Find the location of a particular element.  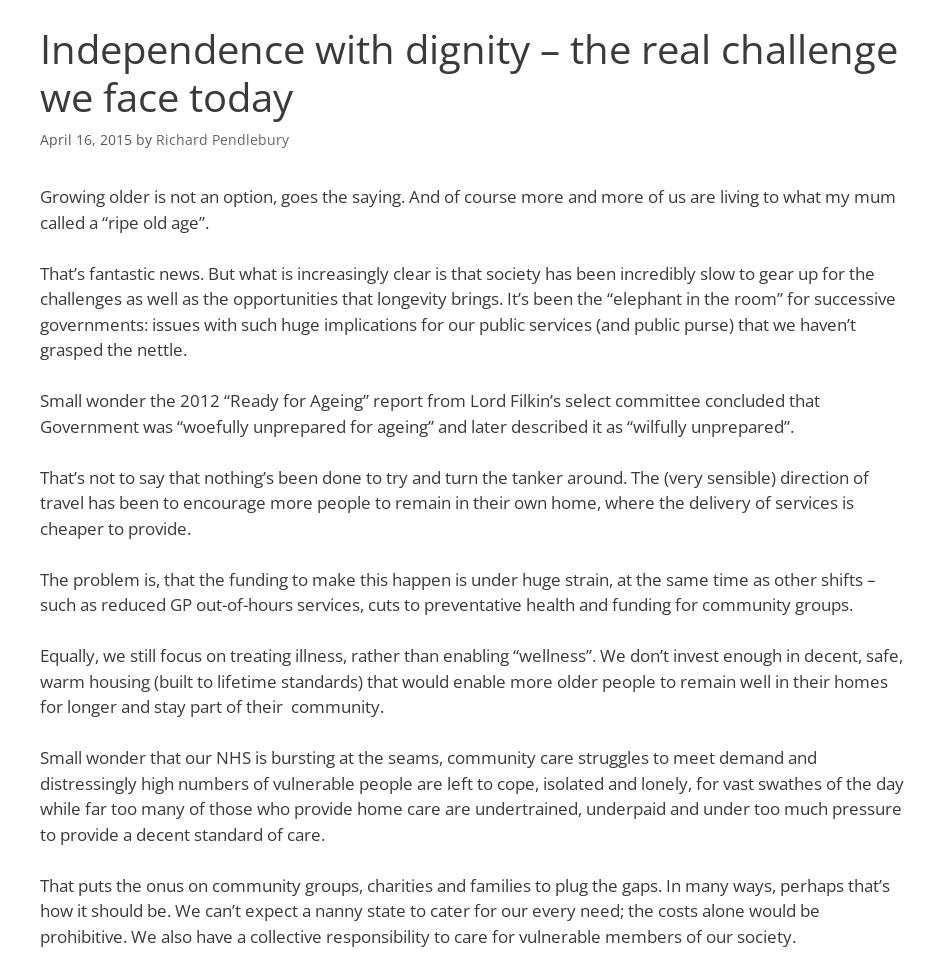

'That’s fantastic news. But what is increasingly clear is that society has been incredibly slow to gear up for the challenges as well as the opportunities that longevity brings. It’s been the “elephant in the room” for successive governments: issues with such huge implications for our public services (and public purse) that we haven’t grasped the nettle.' is located at coordinates (466, 311).